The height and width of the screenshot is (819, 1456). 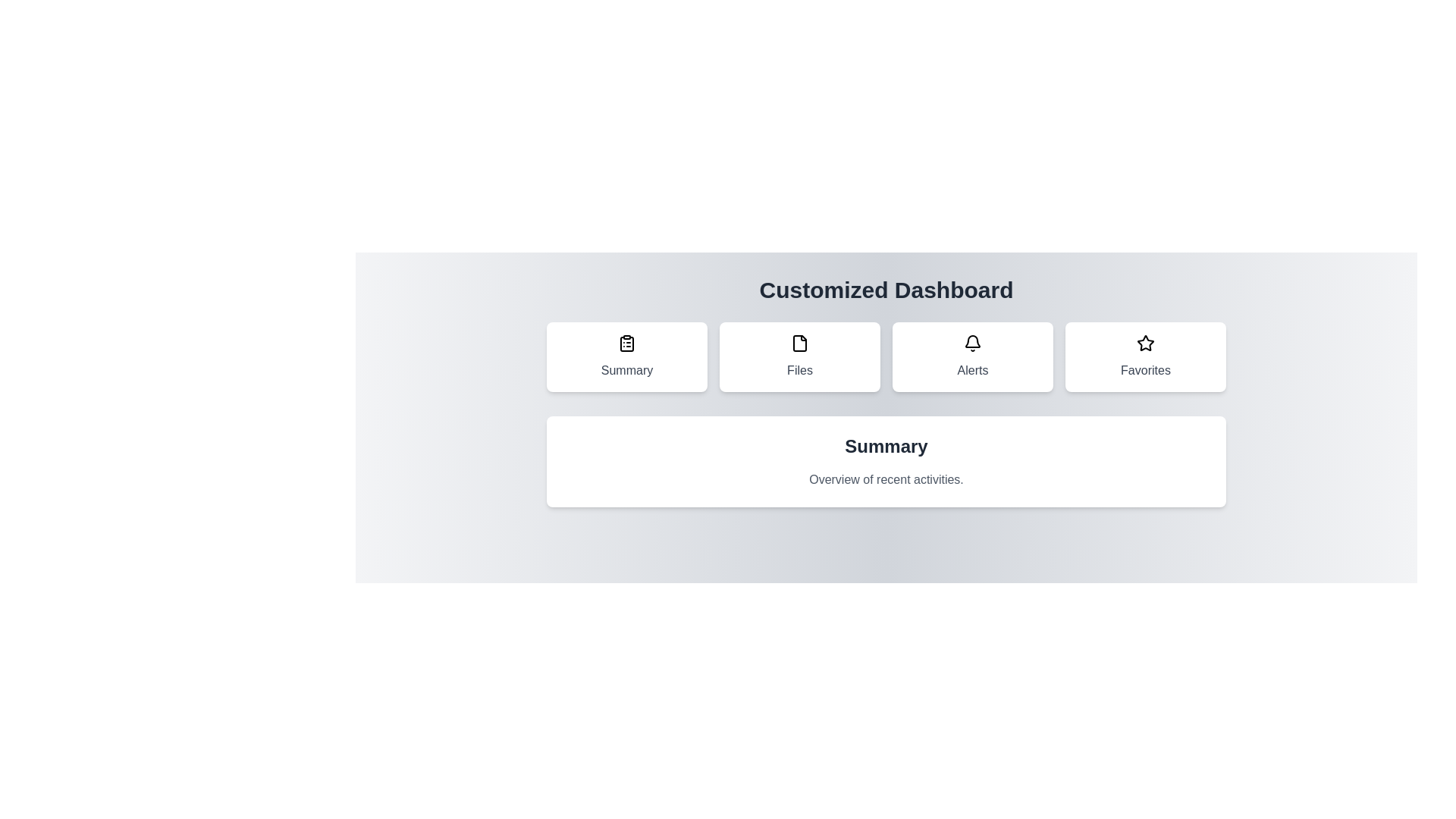 What do you see at coordinates (886, 356) in the screenshot?
I see `the grid sections of the navigation hub located beneath 'Customized Dashboard'` at bounding box center [886, 356].